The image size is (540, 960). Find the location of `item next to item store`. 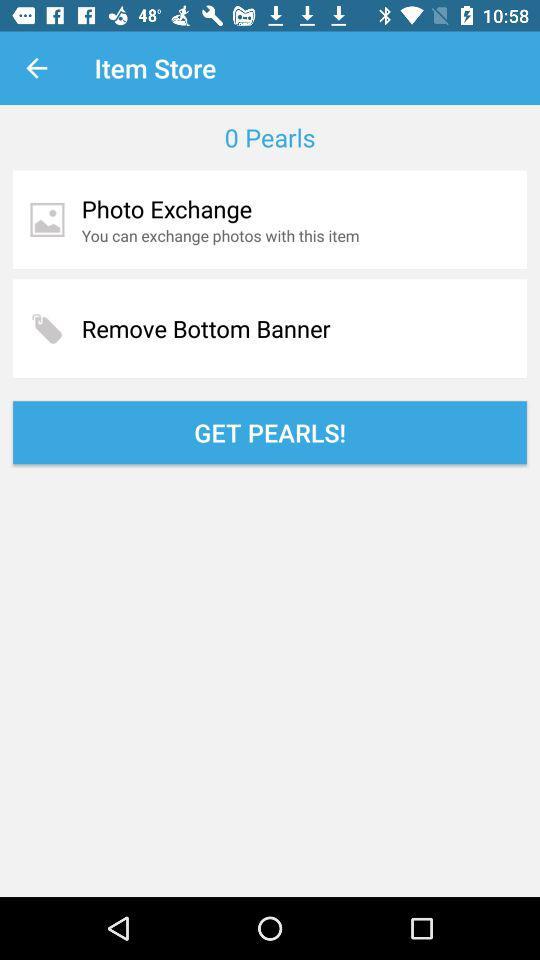

item next to item store is located at coordinates (36, 68).